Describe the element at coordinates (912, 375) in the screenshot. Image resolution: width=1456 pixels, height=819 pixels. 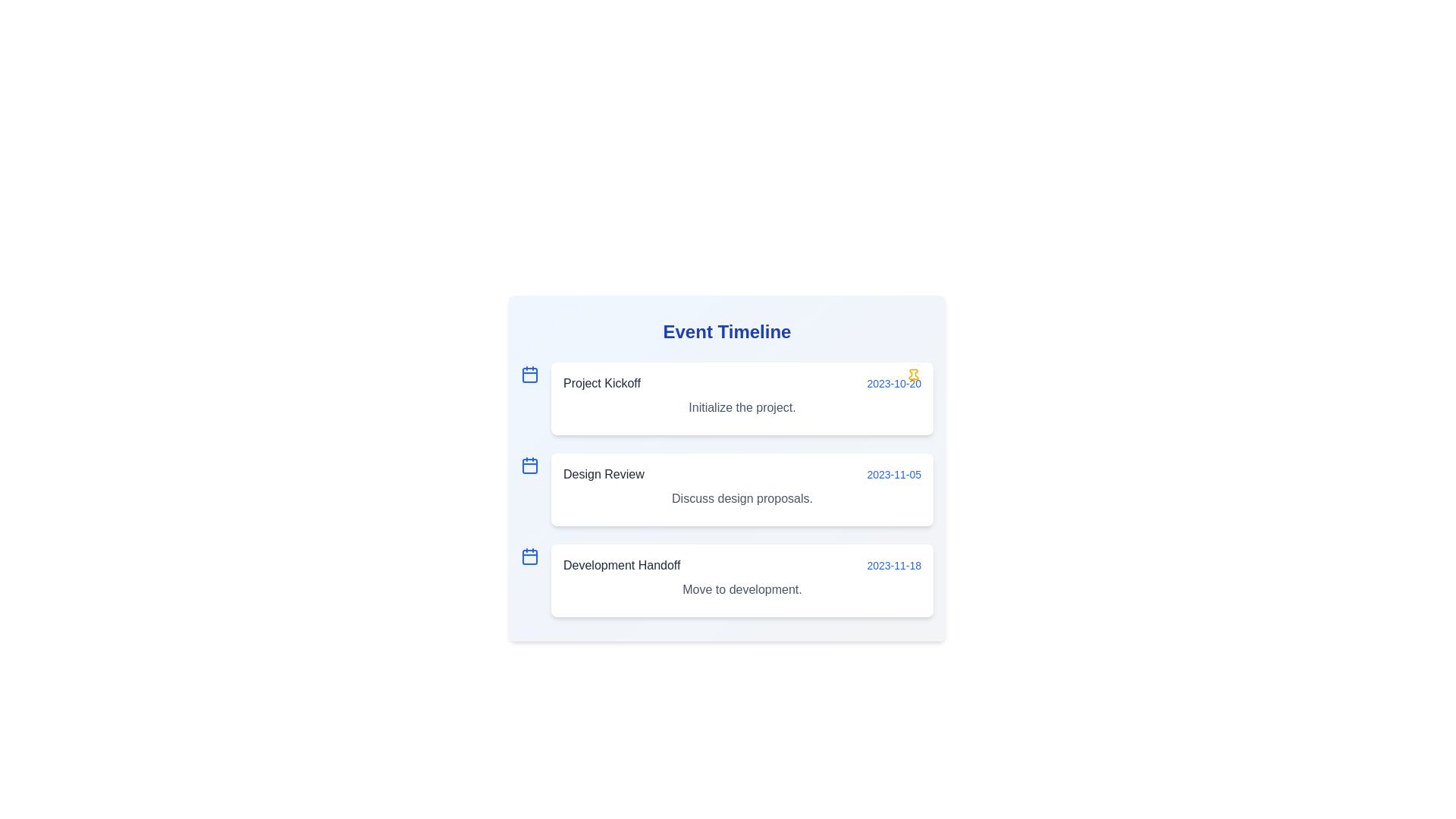
I see `the pin icon associated with the 'Project Kickoff' event` at that location.